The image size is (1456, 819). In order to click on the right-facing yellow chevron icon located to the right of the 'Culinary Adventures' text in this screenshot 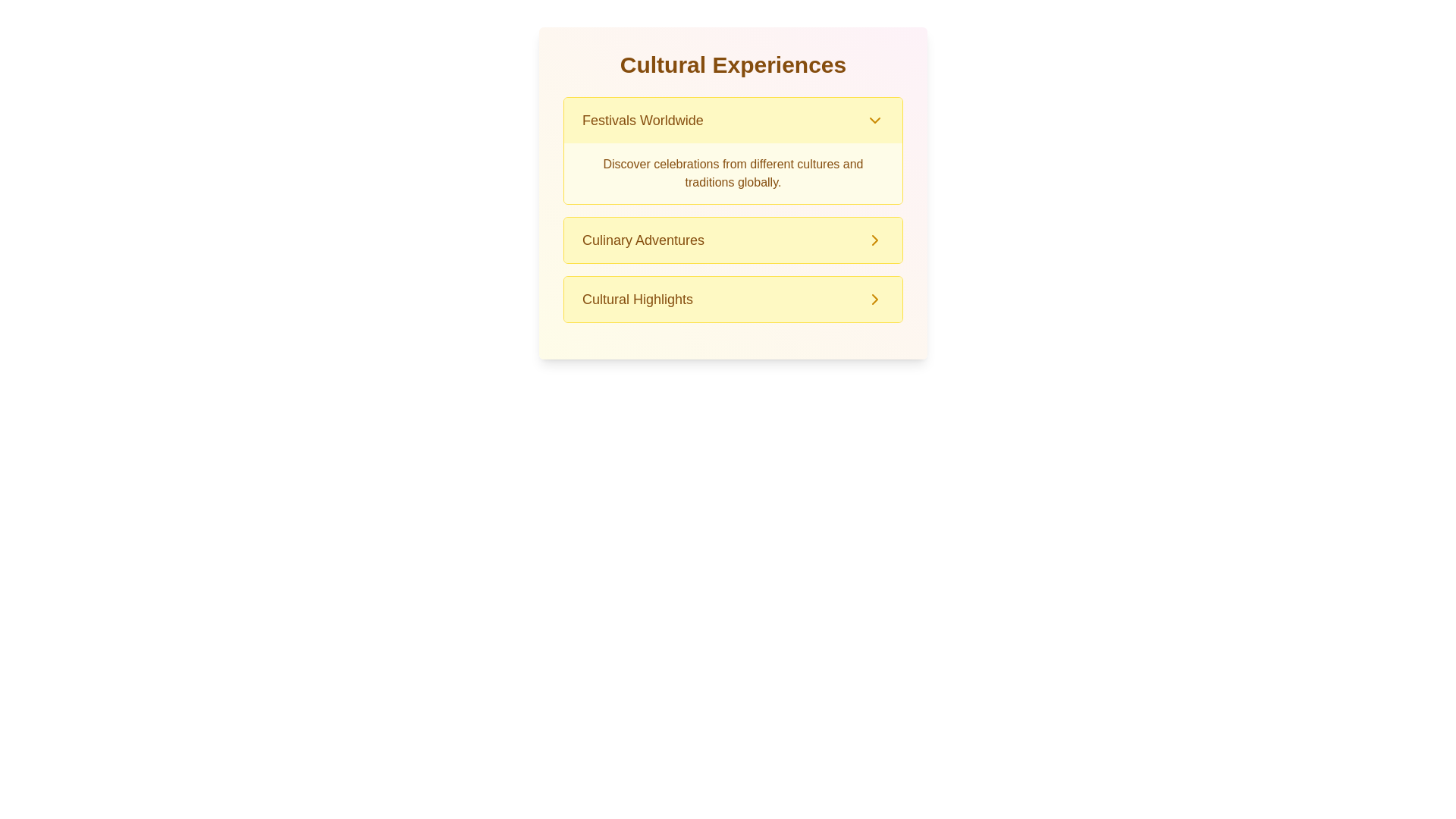, I will do `click(874, 239)`.